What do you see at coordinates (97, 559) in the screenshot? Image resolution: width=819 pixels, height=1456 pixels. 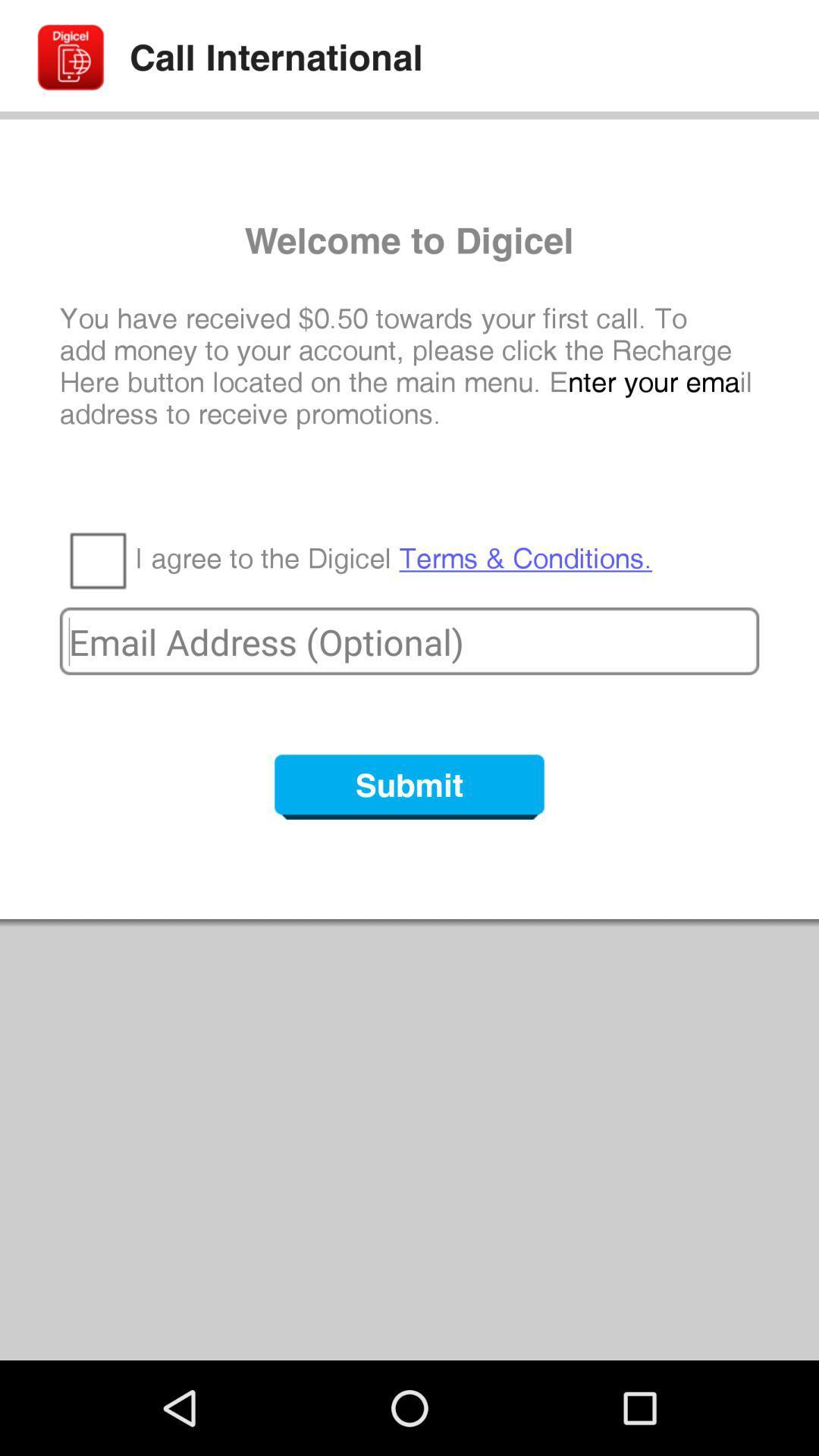 I see `check this box` at bounding box center [97, 559].